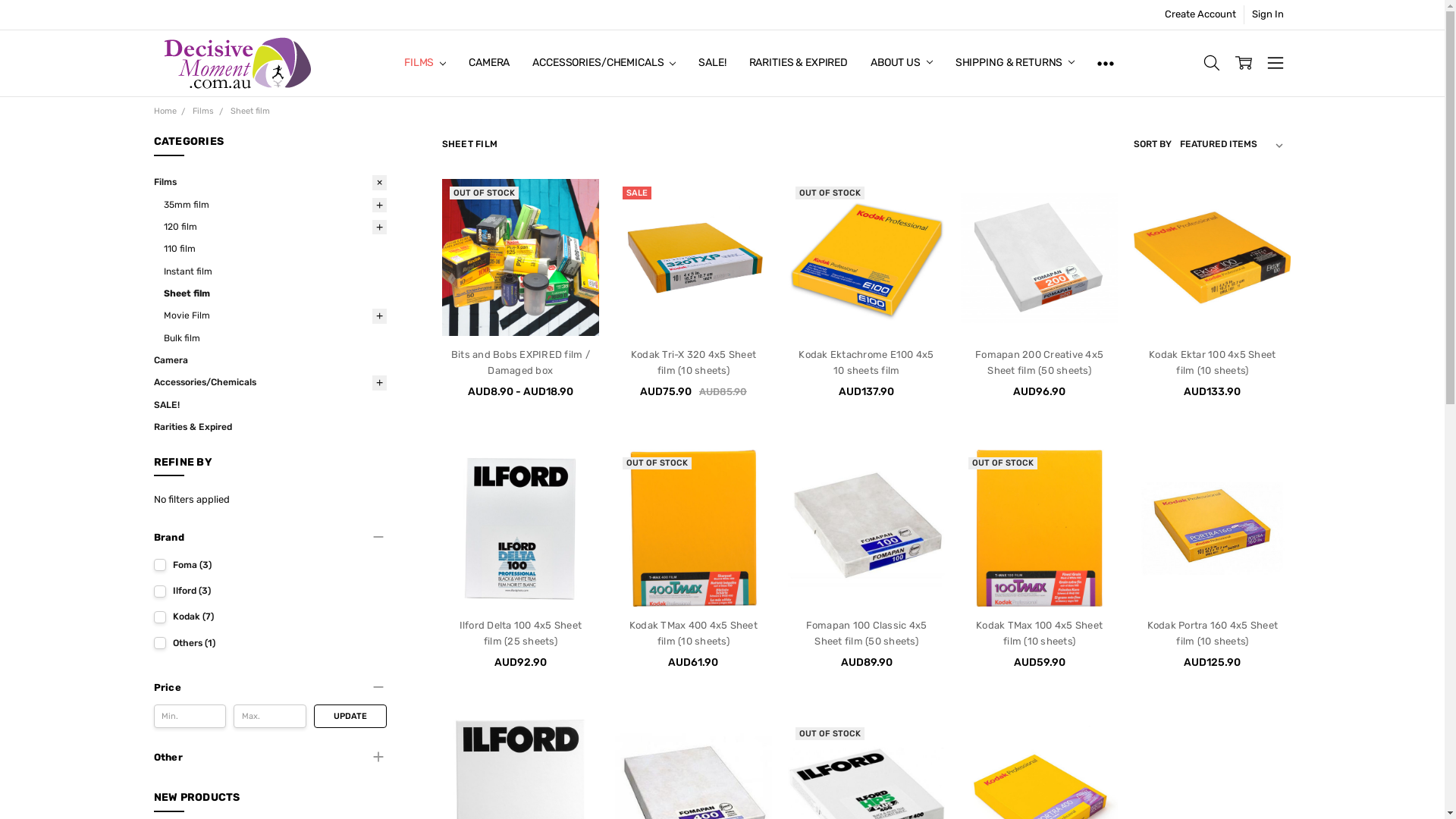 The height and width of the screenshot is (819, 1456). What do you see at coordinates (164, 110) in the screenshot?
I see `'Home'` at bounding box center [164, 110].